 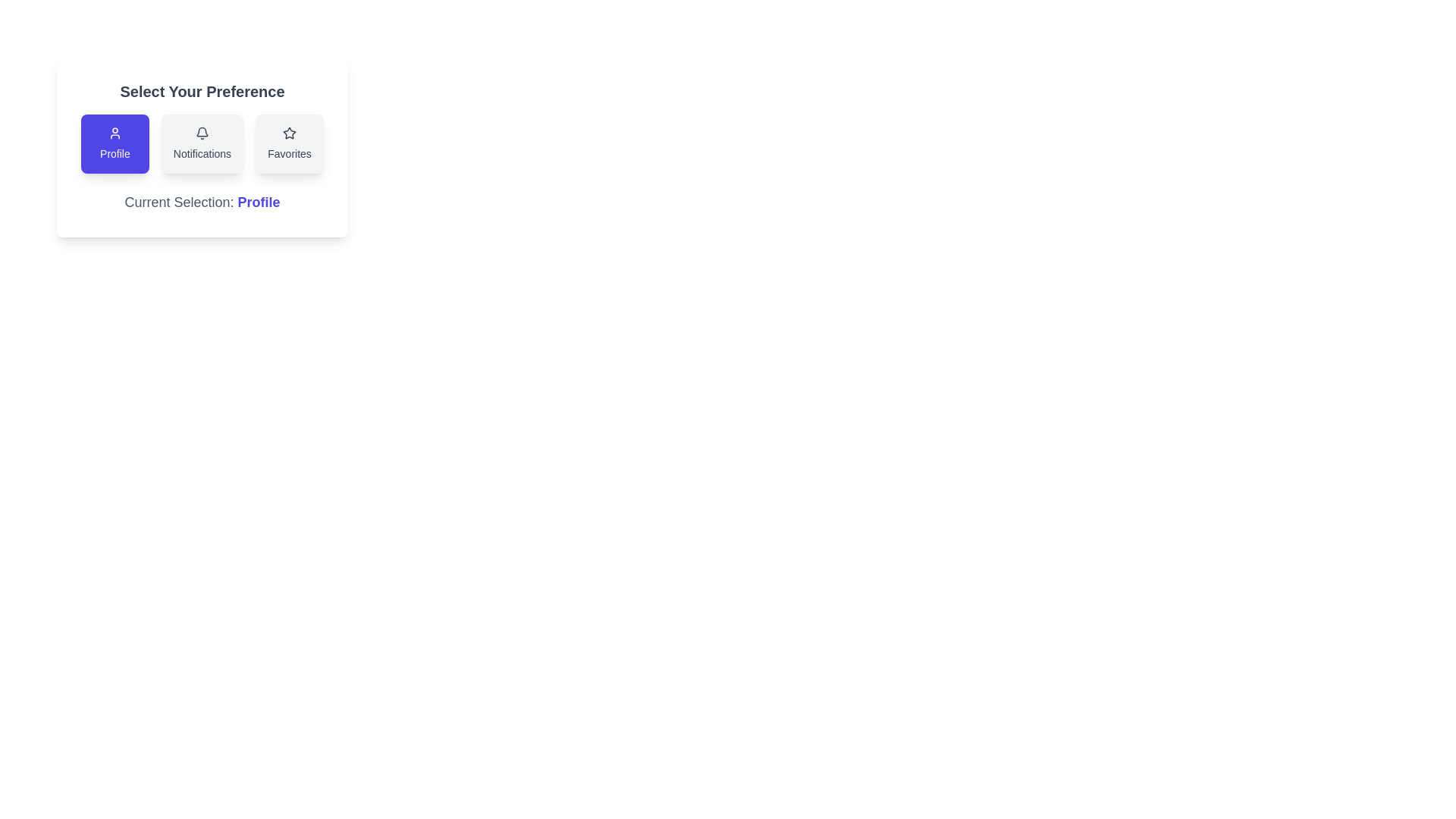 I want to click on 'Profile' label located within the purple button on the far left of the horizontal button group, which is below the user icon and is the first button next to 'Notifications' and 'Favorites', so click(x=114, y=154).